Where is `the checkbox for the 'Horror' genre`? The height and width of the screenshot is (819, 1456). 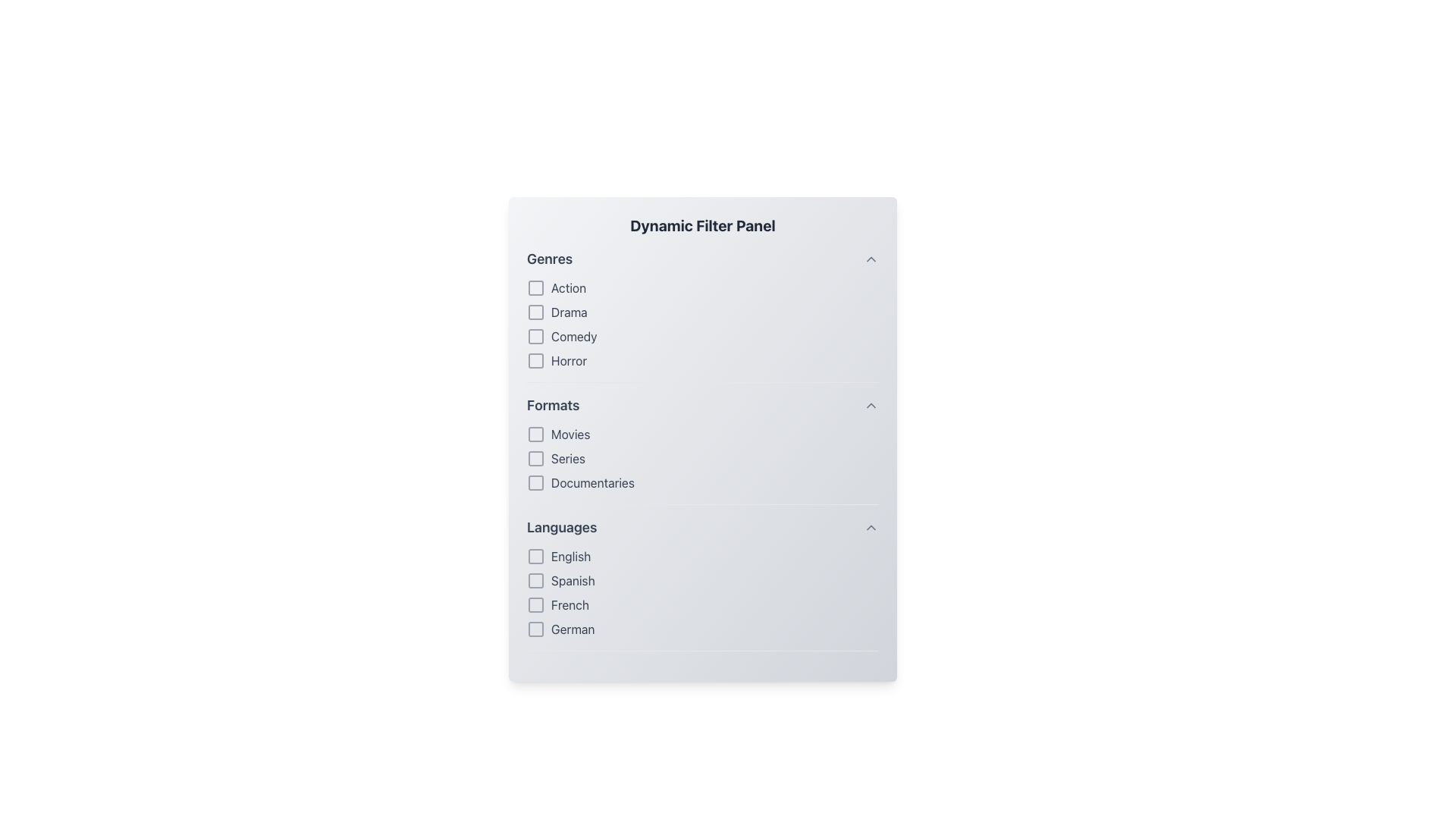
the checkbox for the 'Horror' genre is located at coordinates (535, 360).